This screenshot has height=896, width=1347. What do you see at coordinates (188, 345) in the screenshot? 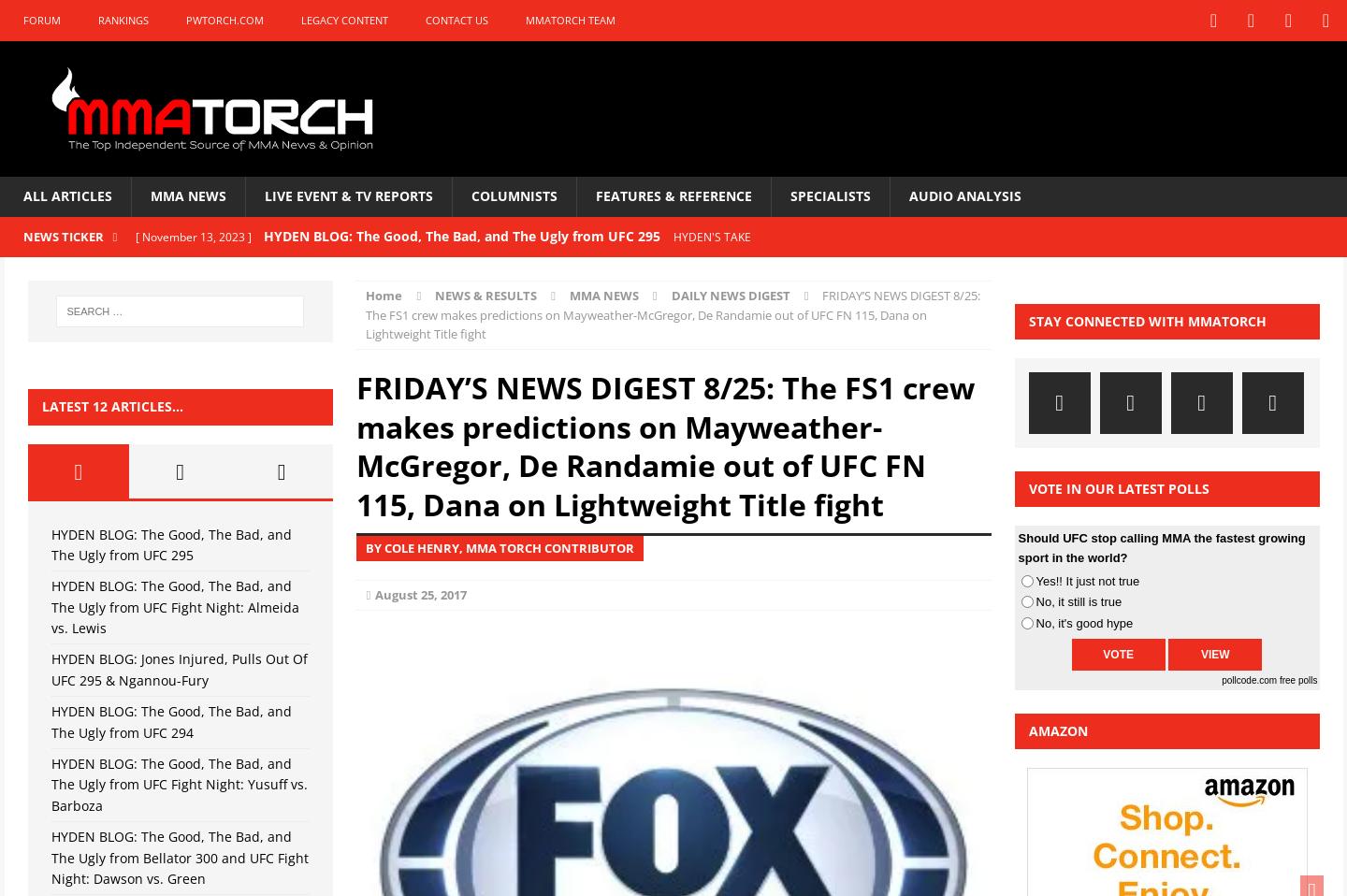
I see `'[ October 30, 2023 ]'` at bounding box center [188, 345].